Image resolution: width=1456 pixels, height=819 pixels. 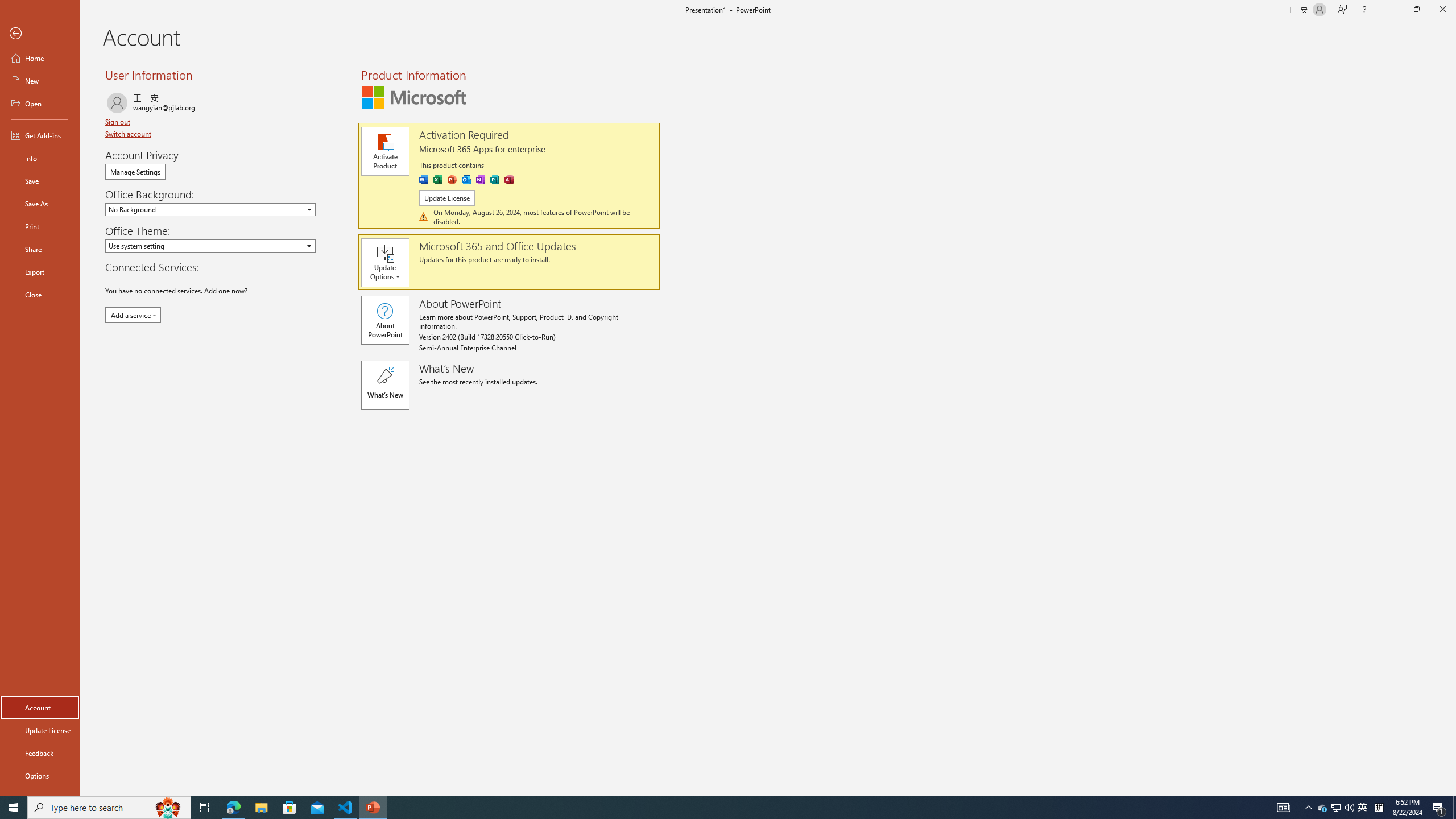 I want to click on 'Switch account', so click(x=128, y=133).